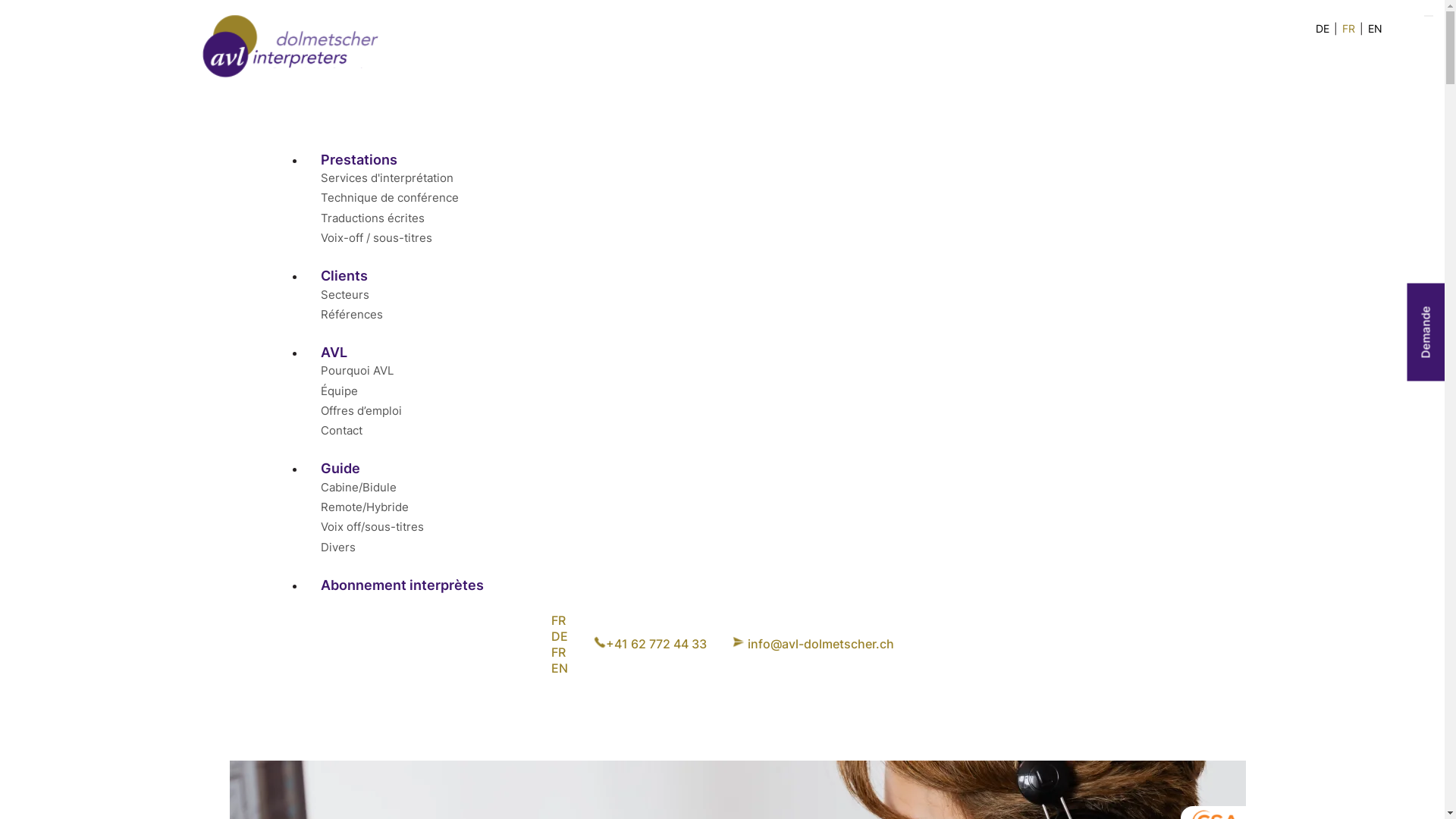 The image size is (1456, 819). What do you see at coordinates (319, 430) in the screenshot?
I see `'Contact'` at bounding box center [319, 430].